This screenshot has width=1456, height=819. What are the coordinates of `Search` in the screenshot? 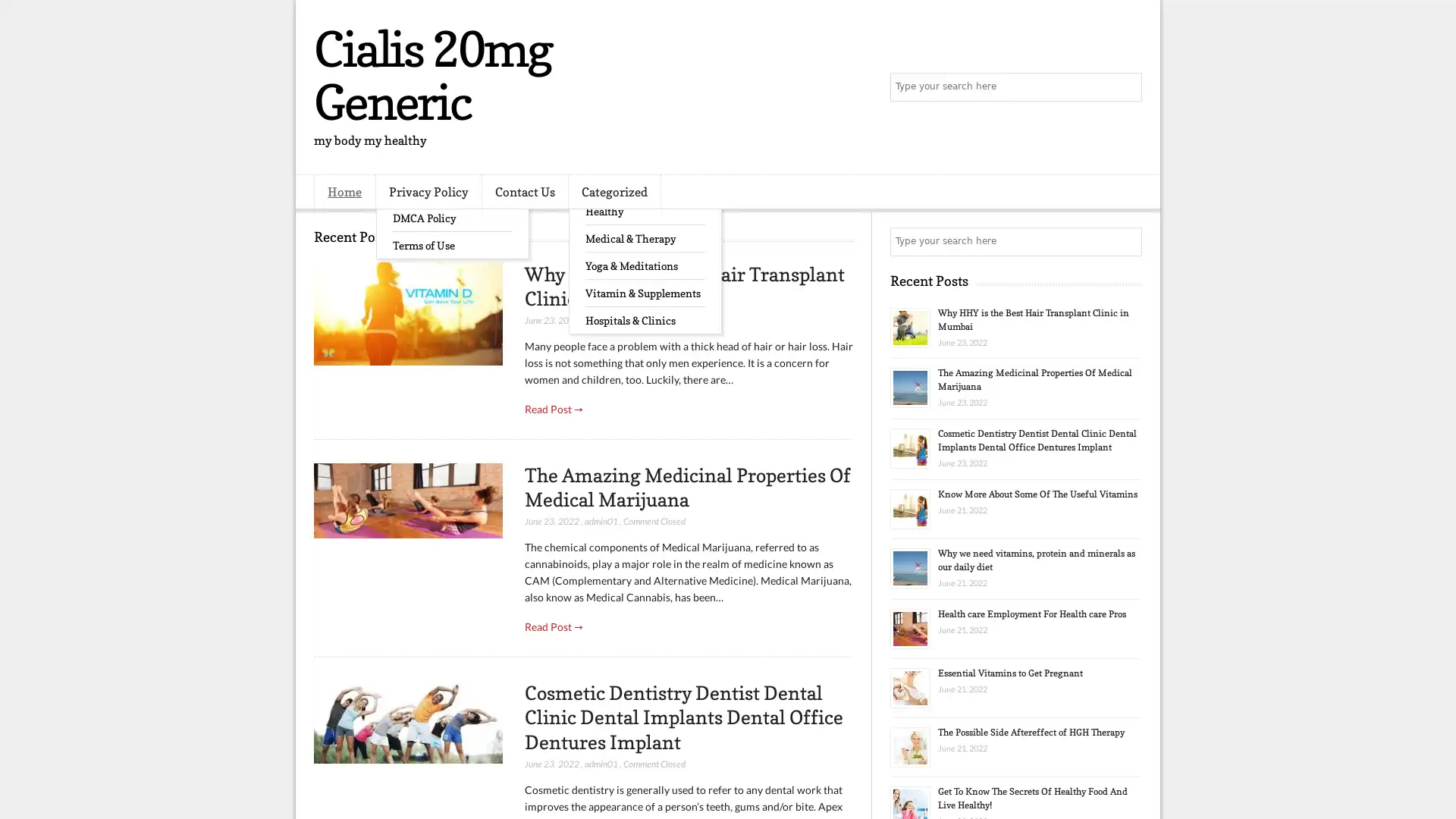 It's located at (1126, 241).